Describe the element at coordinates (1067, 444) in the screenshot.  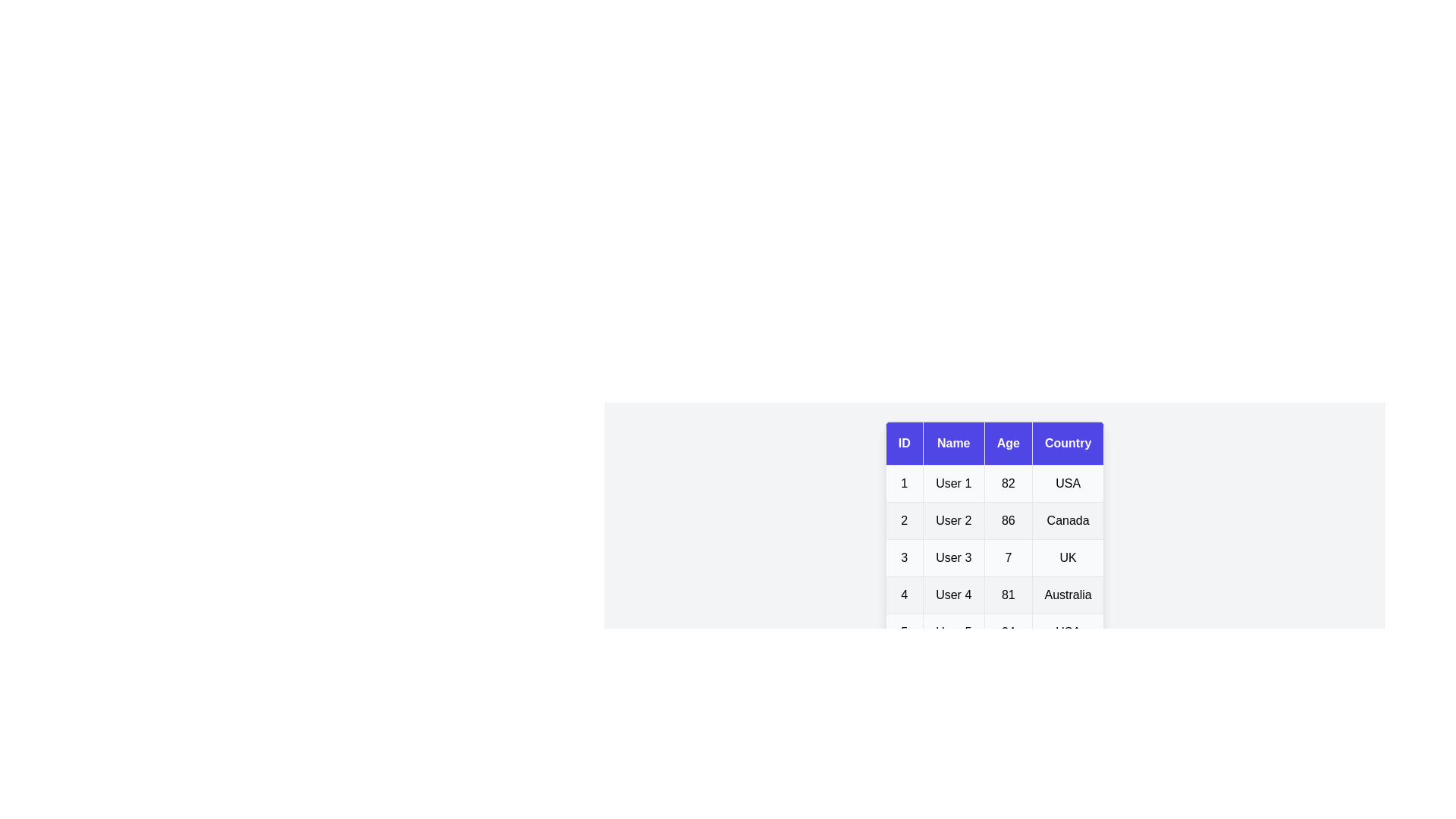
I see `the Country header to sort the table` at that location.